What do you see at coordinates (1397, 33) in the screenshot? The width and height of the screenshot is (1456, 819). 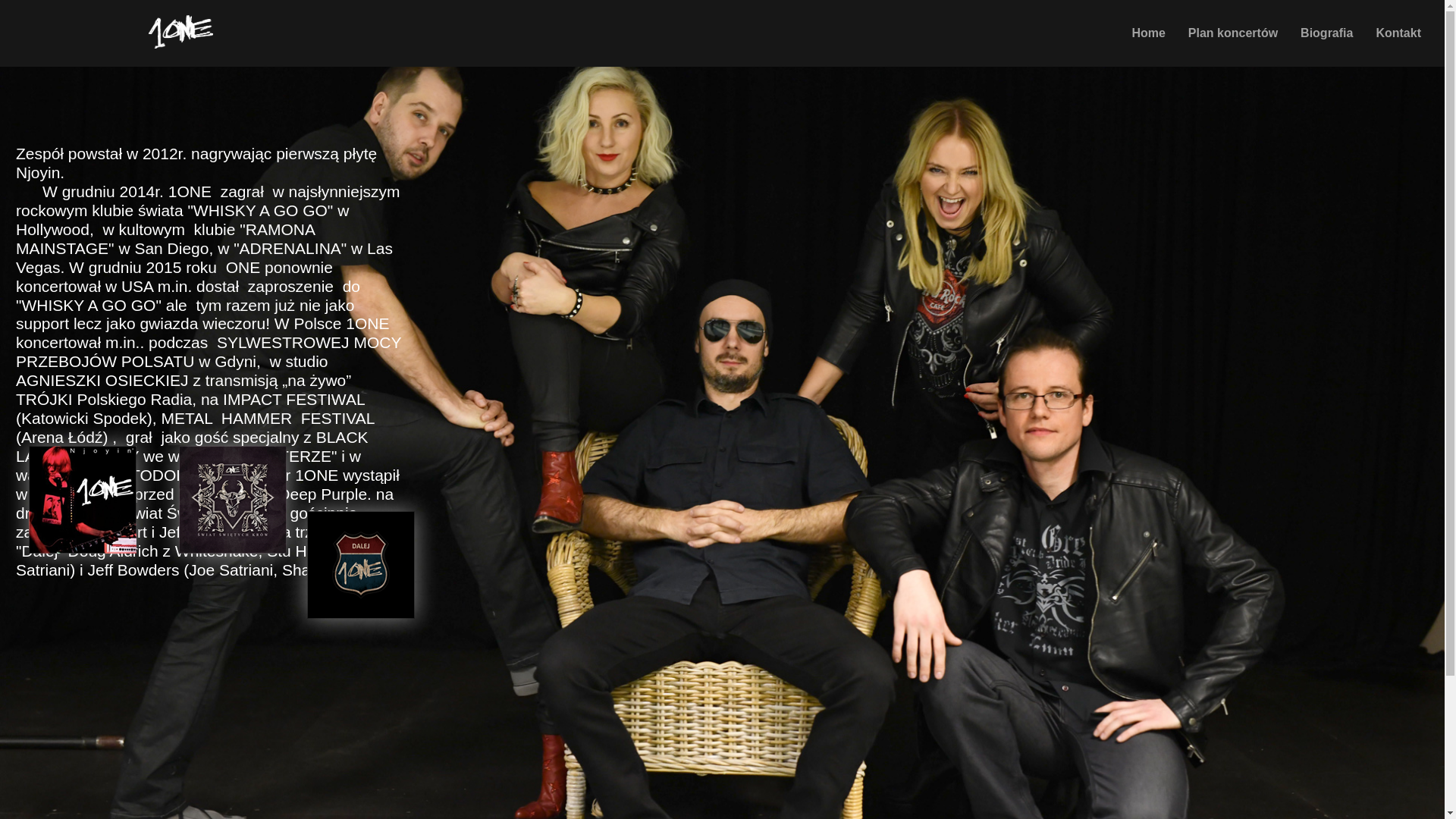 I see `'Kontakt'` at bounding box center [1397, 33].